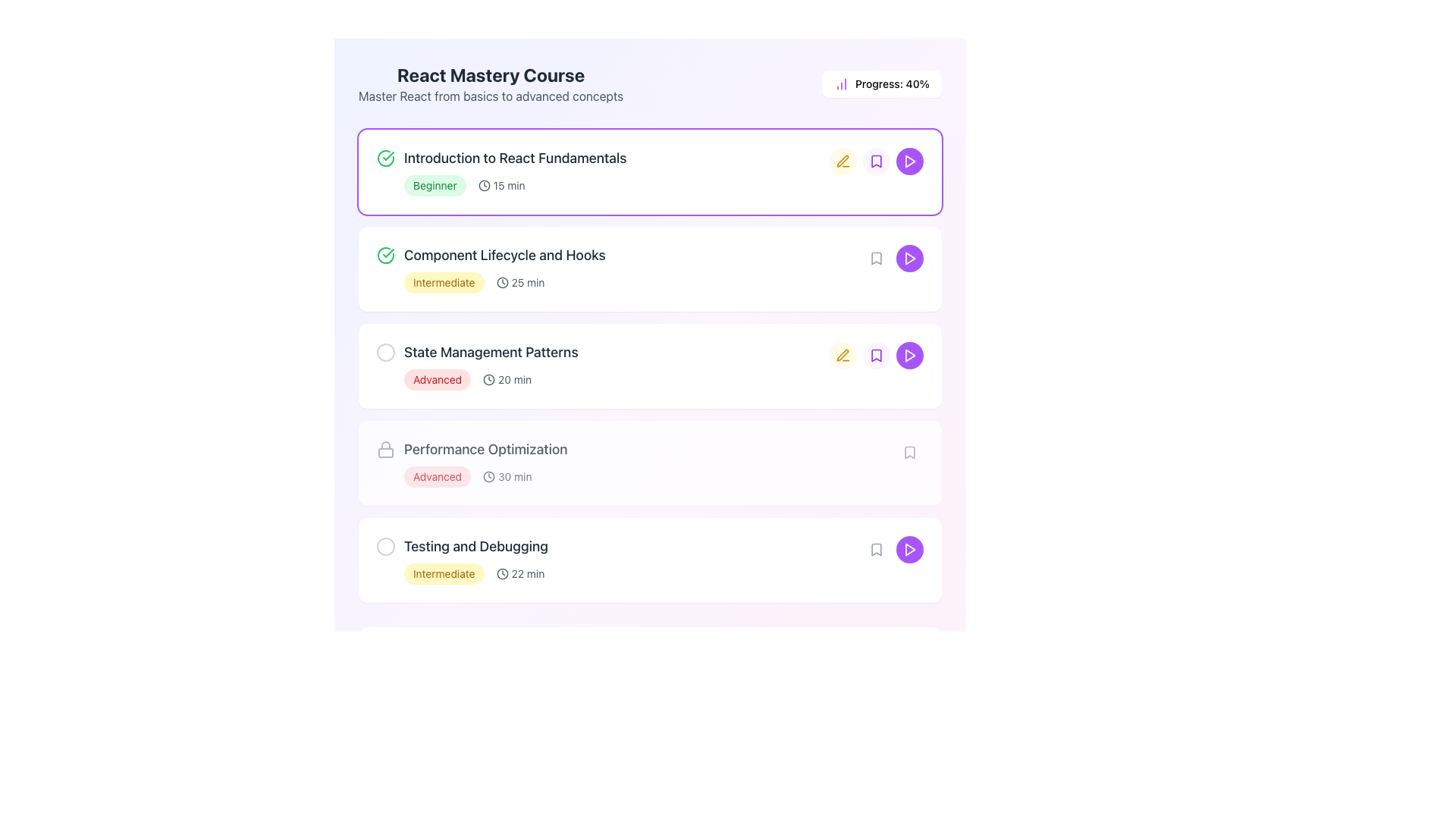  Describe the element at coordinates (910, 550) in the screenshot. I see `the play icon, which is a white triangle inside a vibrant purple circular button, located on the far-right side of the last row in the course modules list associated with the 'Testing and Debugging' module` at that location.